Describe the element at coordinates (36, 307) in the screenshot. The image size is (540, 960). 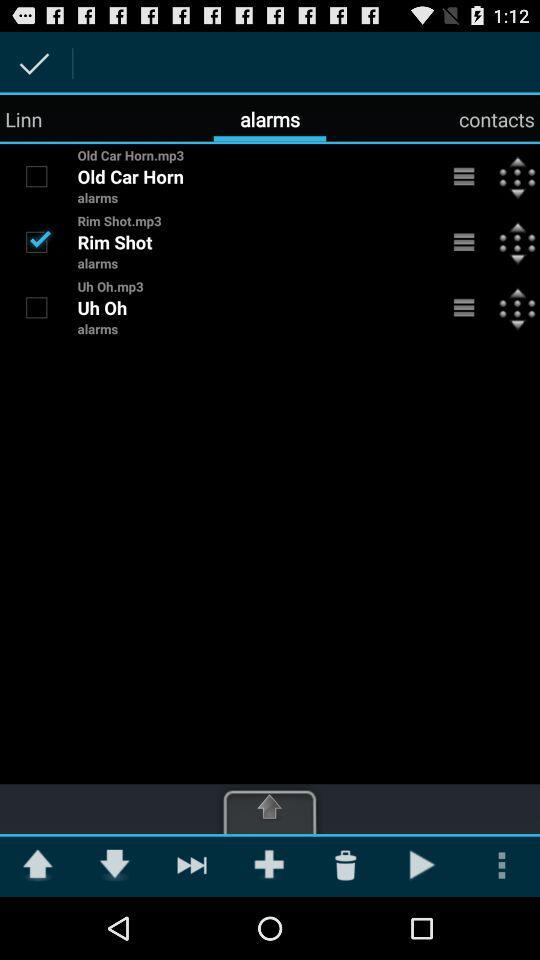
I see `turn uh oh alarm` at that location.